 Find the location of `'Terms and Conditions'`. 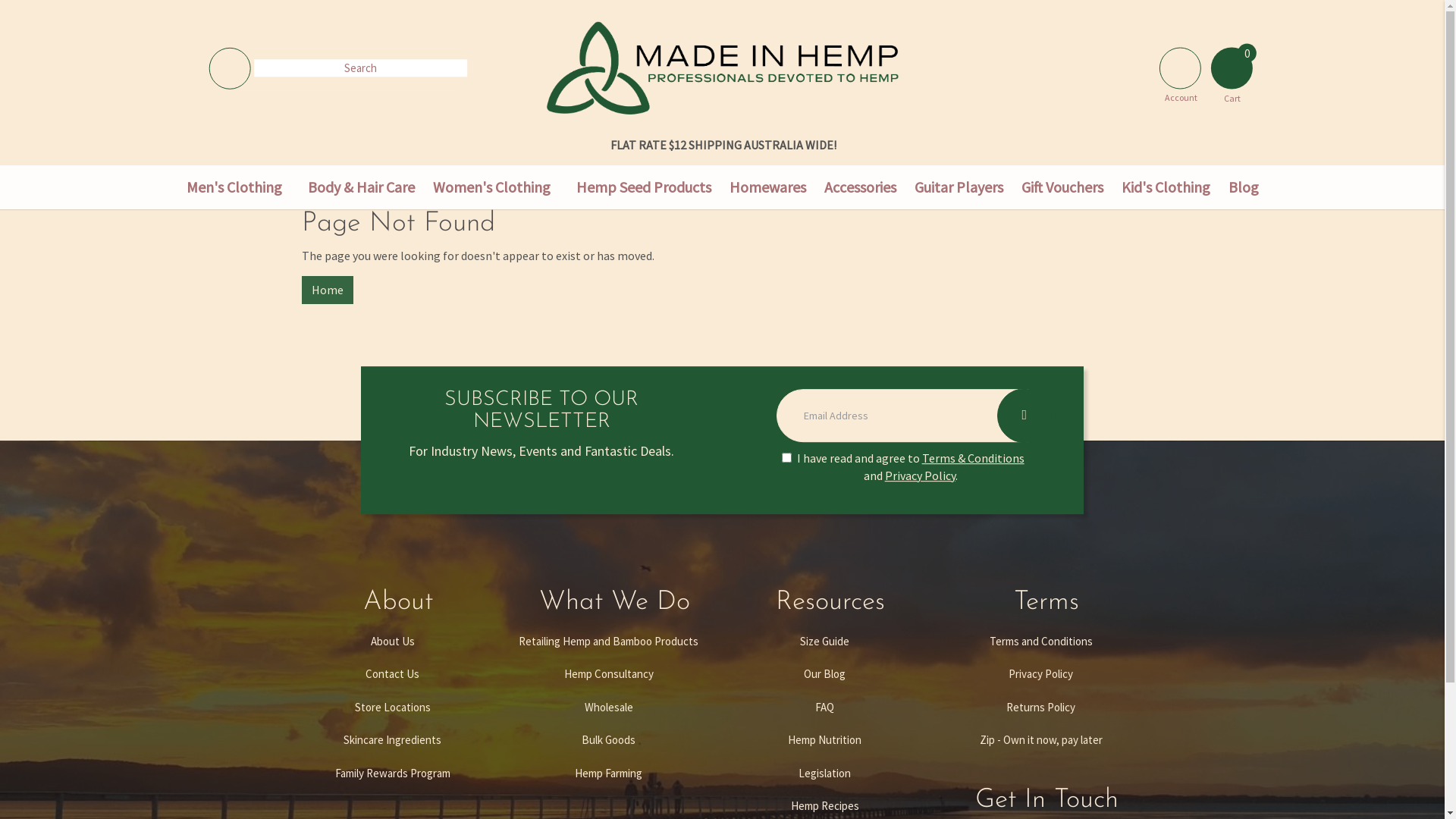

'Terms and Conditions' is located at coordinates (1040, 641).